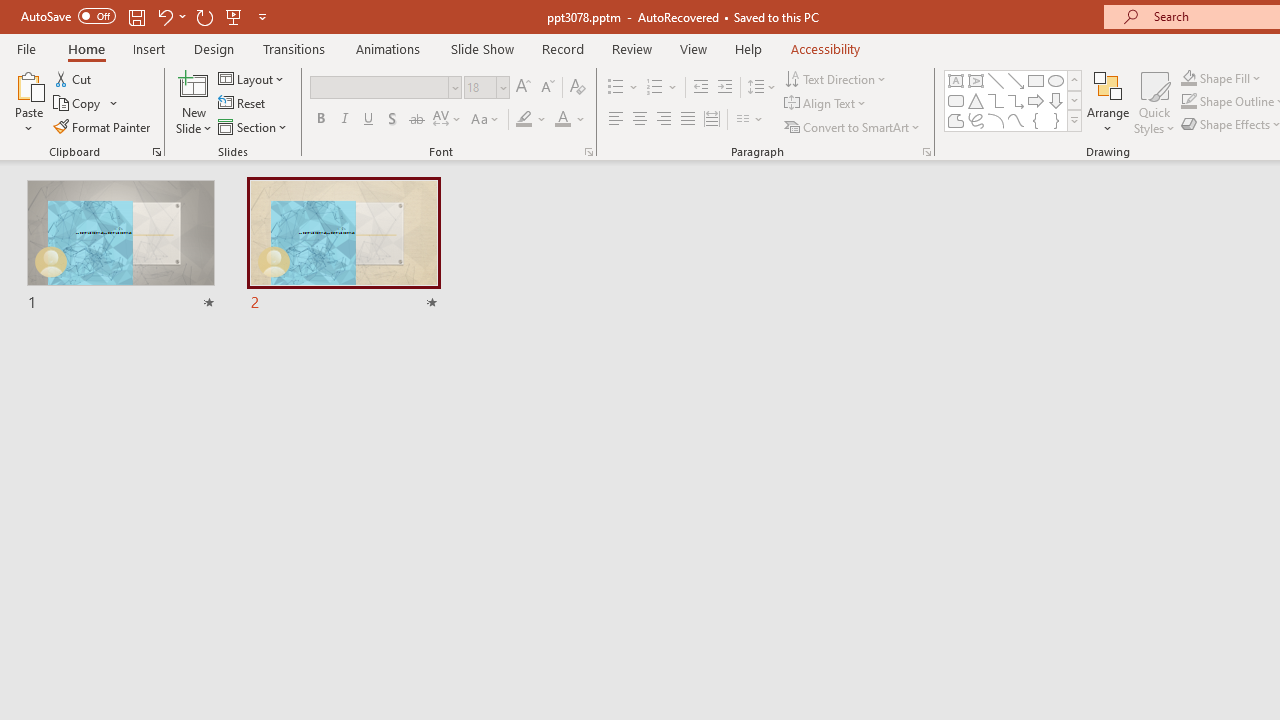 Image resolution: width=1280 pixels, height=720 pixels. I want to click on 'Connector: Elbow', so click(995, 100).